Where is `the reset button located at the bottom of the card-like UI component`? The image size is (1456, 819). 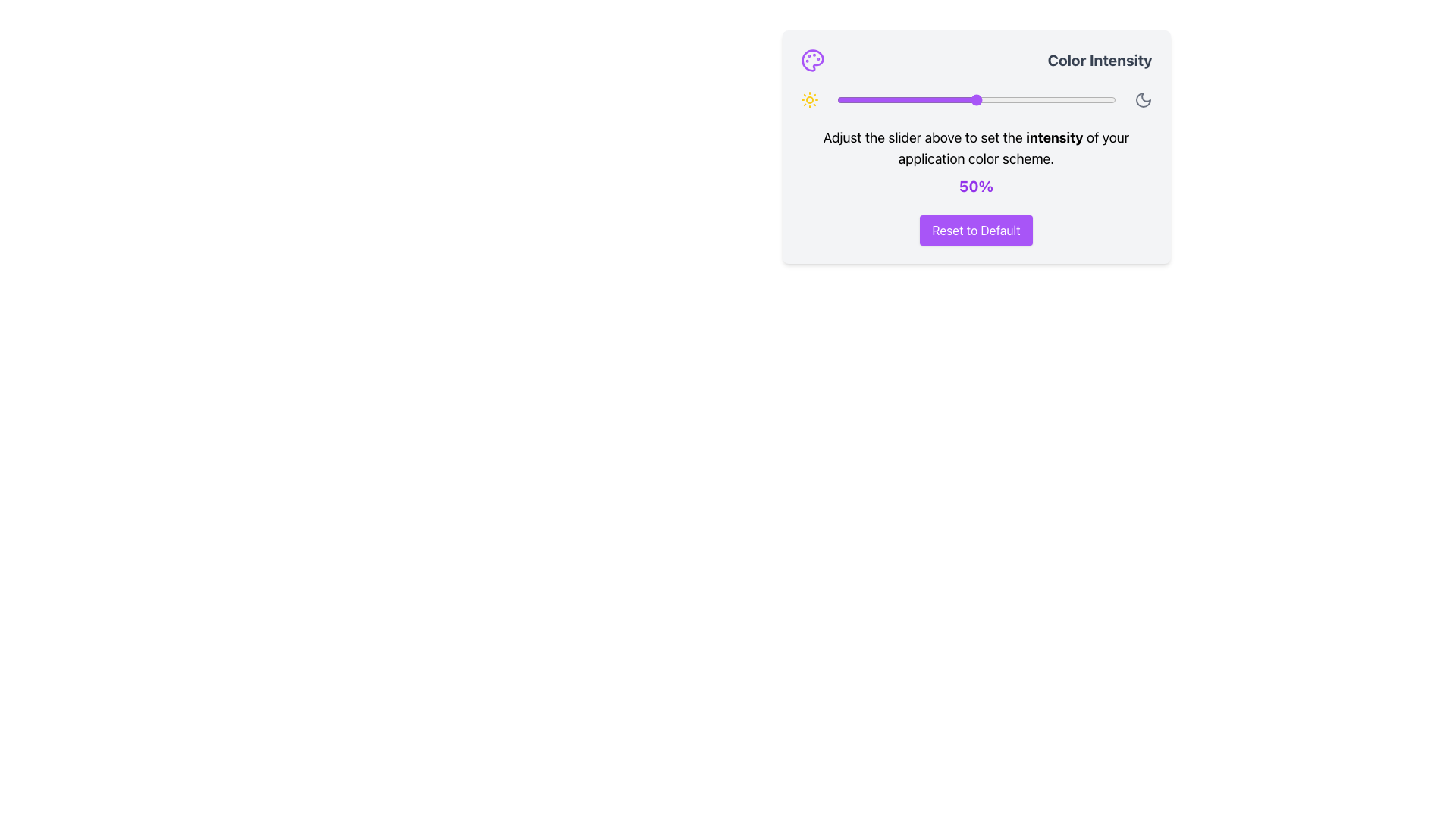
the reset button located at the bottom of the card-like UI component is located at coordinates (976, 231).